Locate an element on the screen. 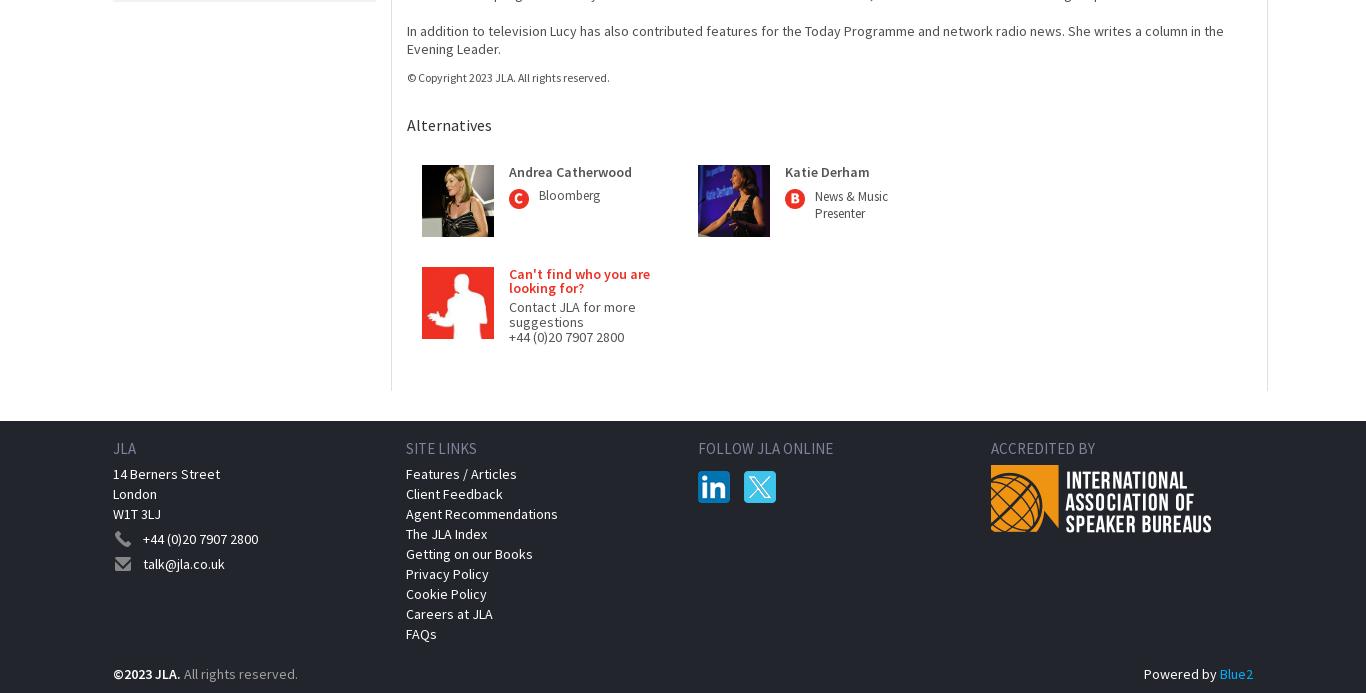 The height and width of the screenshot is (693, 1366). 'All rights reserved.' is located at coordinates (183, 673).